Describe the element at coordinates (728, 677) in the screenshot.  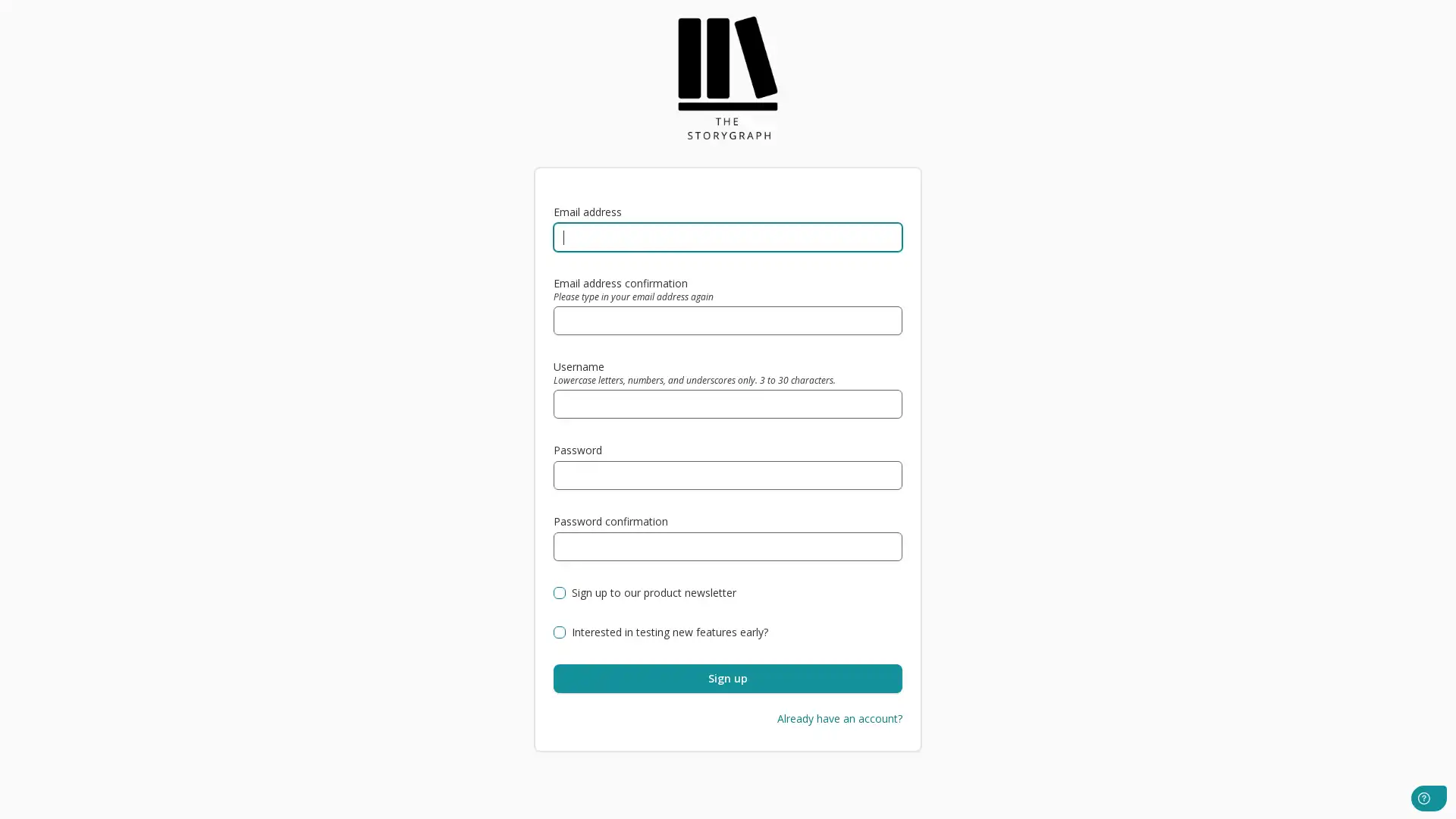
I see `Sign up` at that location.